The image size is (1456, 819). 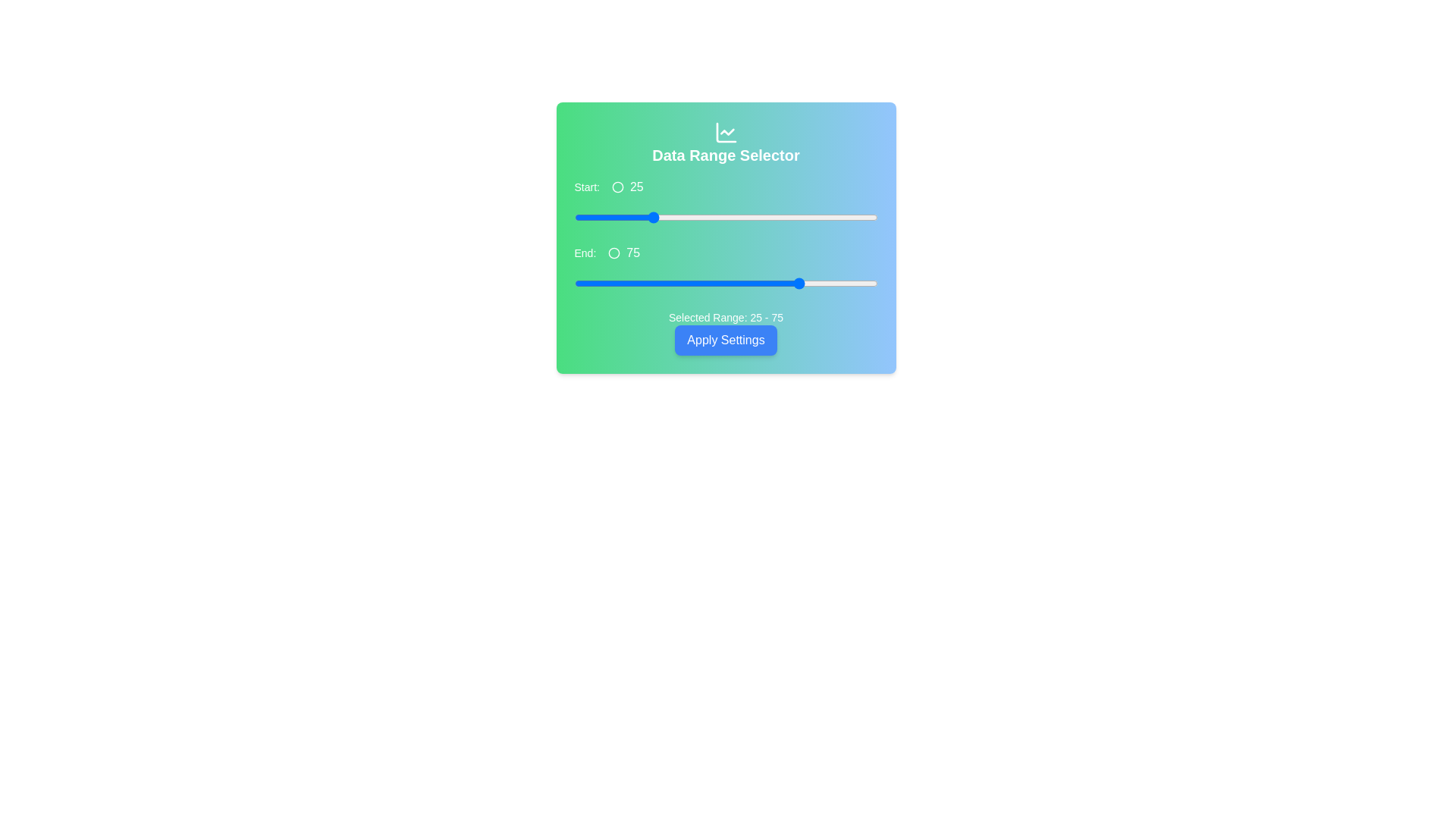 What do you see at coordinates (595, 217) in the screenshot?
I see `the slider` at bounding box center [595, 217].